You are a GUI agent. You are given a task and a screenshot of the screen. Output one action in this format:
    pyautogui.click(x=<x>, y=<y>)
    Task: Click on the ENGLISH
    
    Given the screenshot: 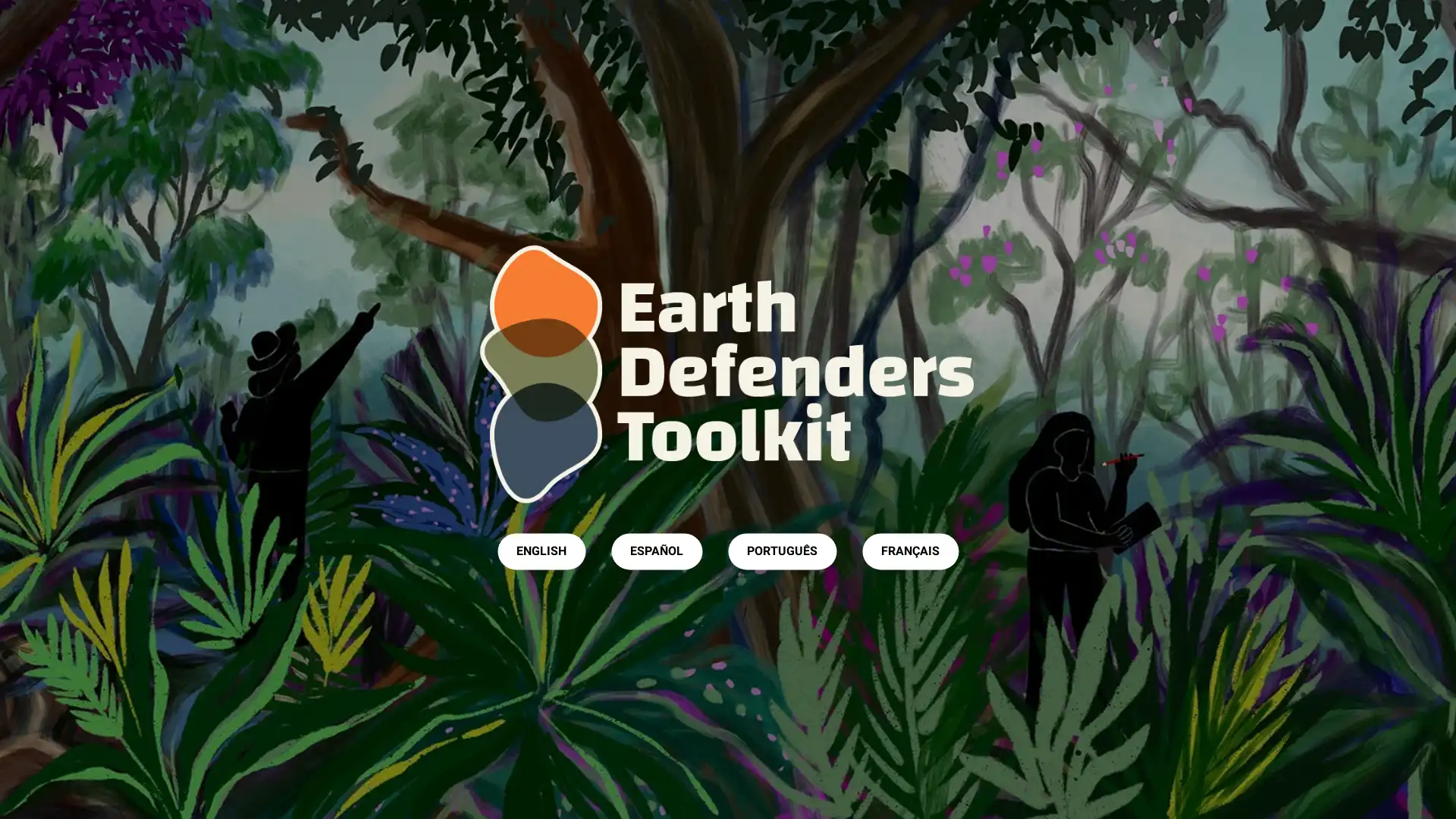 What is the action you would take?
    pyautogui.click(x=541, y=551)
    